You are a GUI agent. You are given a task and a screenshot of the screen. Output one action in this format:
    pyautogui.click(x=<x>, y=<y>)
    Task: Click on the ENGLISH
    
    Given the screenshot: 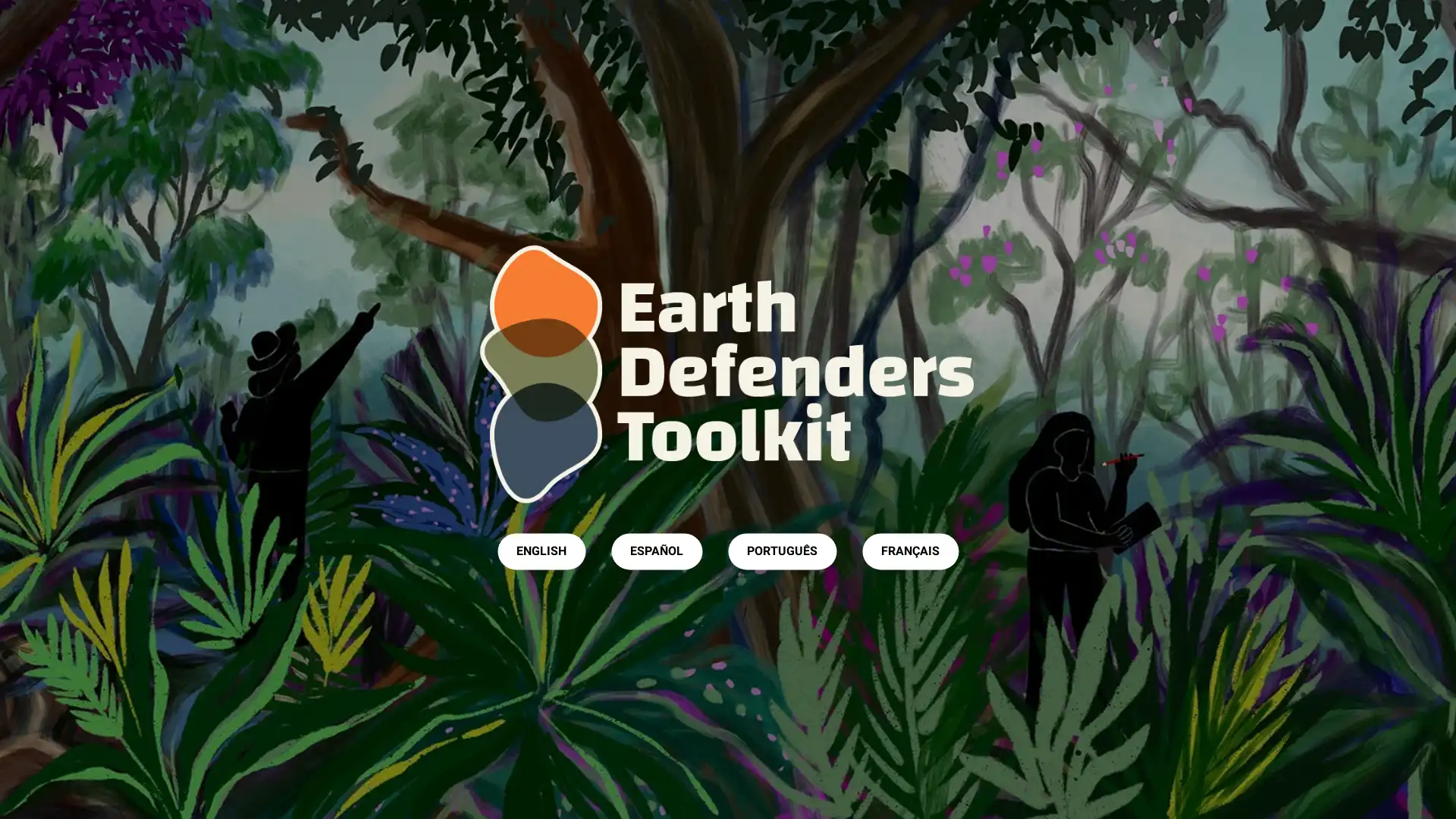 What is the action you would take?
    pyautogui.click(x=541, y=551)
    